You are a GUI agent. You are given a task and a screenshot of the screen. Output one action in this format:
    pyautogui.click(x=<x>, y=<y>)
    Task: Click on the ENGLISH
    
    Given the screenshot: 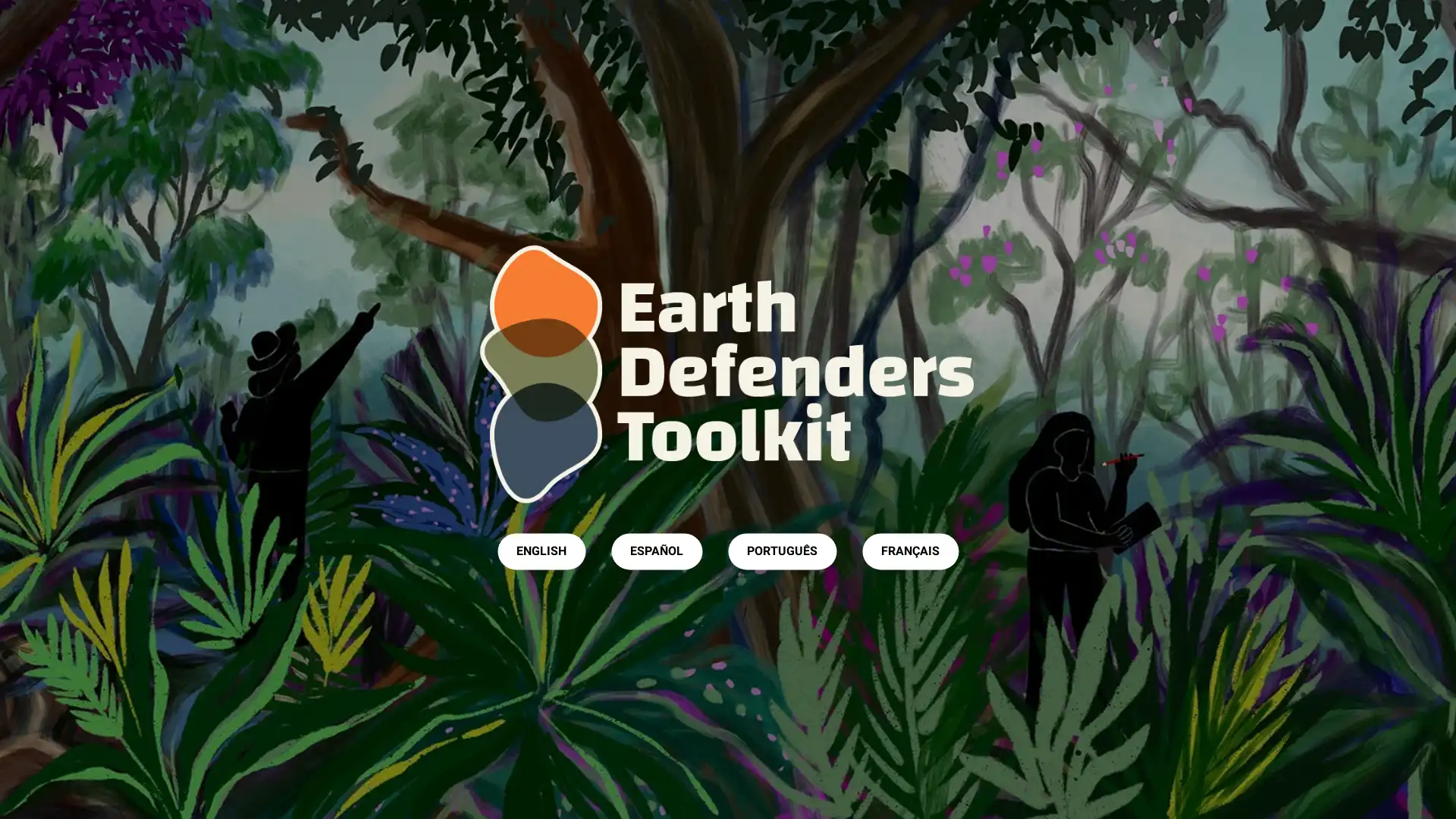 What is the action you would take?
    pyautogui.click(x=541, y=551)
    